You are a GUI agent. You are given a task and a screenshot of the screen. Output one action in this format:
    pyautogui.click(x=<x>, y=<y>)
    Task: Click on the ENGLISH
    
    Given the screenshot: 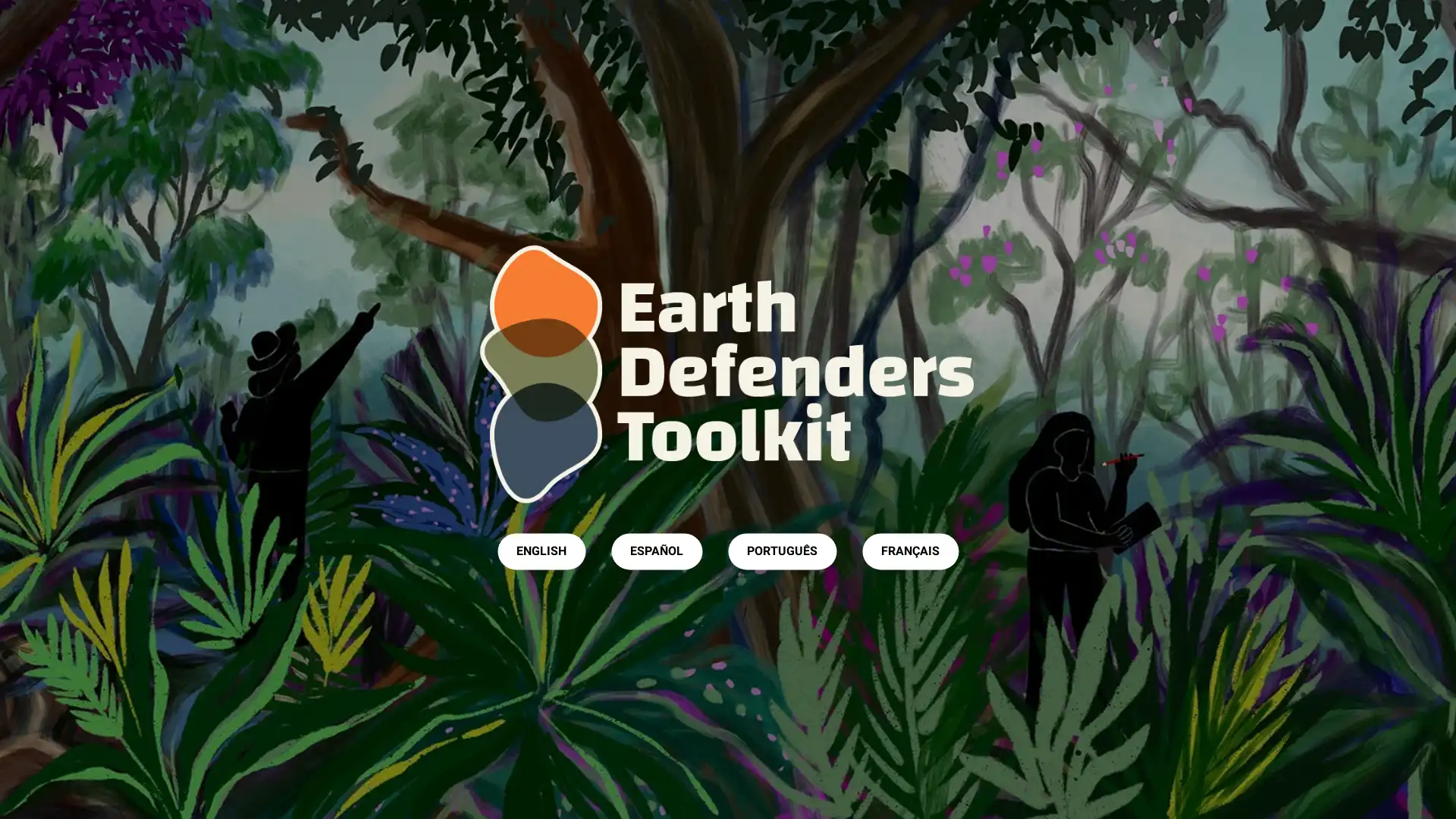 What is the action you would take?
    pyautogui.click(x=541, y=551)
    